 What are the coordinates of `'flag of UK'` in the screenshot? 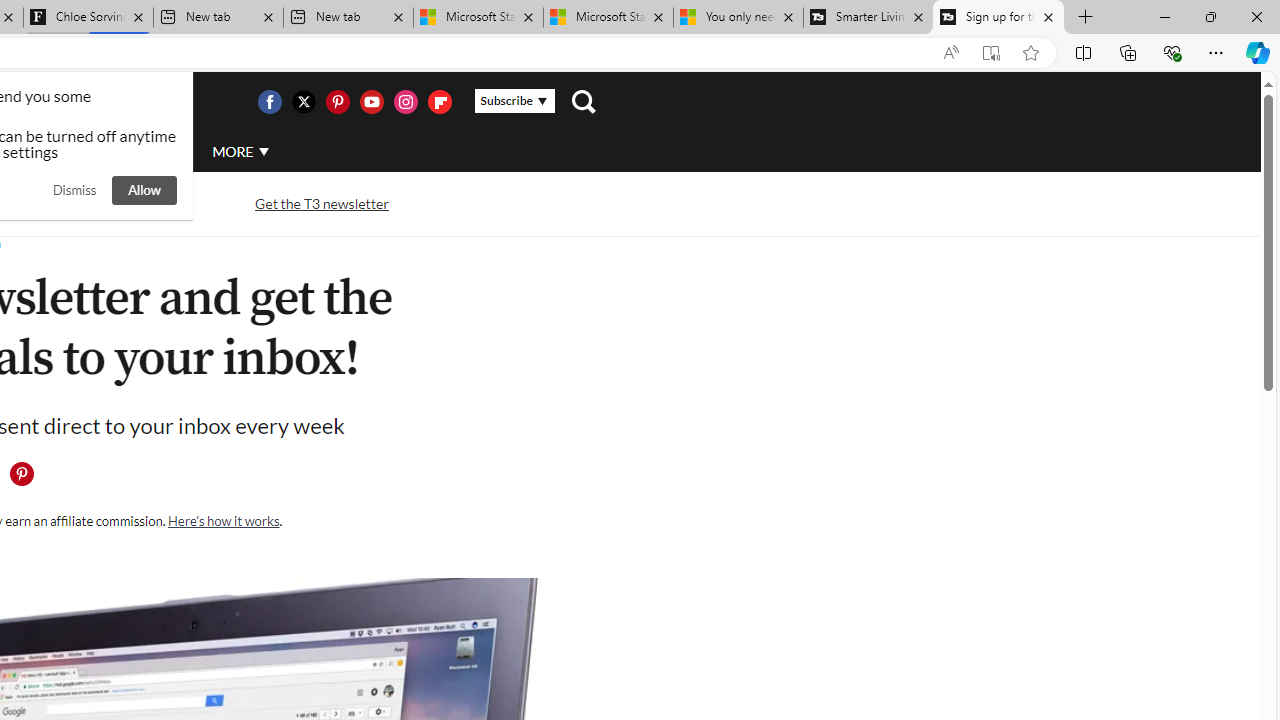 It's located at (44, 102).